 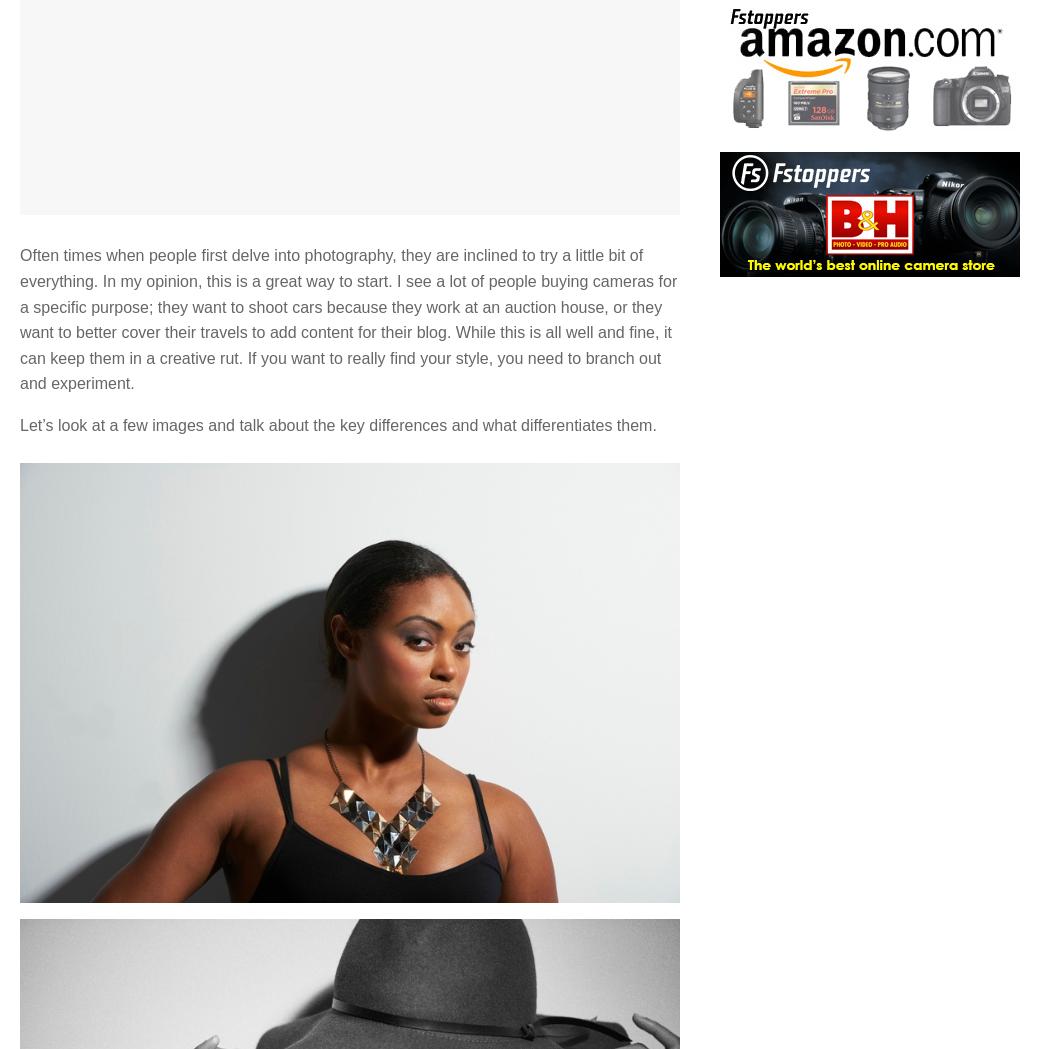 What do you see at coordinates (551, 876) in the screenshot?
I see `'|'` at bounding box center [551, 876].